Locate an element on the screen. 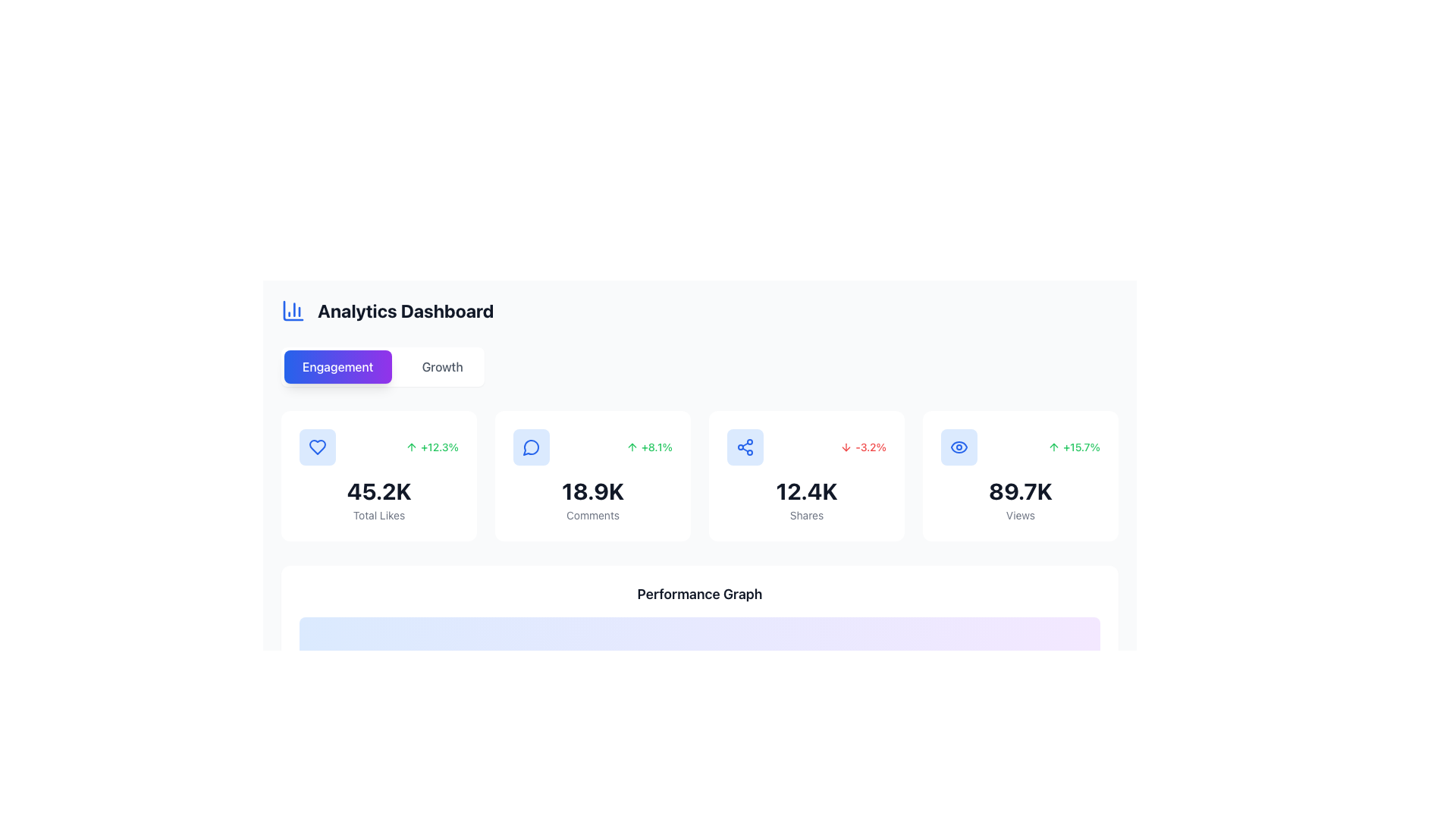  the leftmost button in the horizontal group near the top left corner of the interface is located at coordinates (337, 366).